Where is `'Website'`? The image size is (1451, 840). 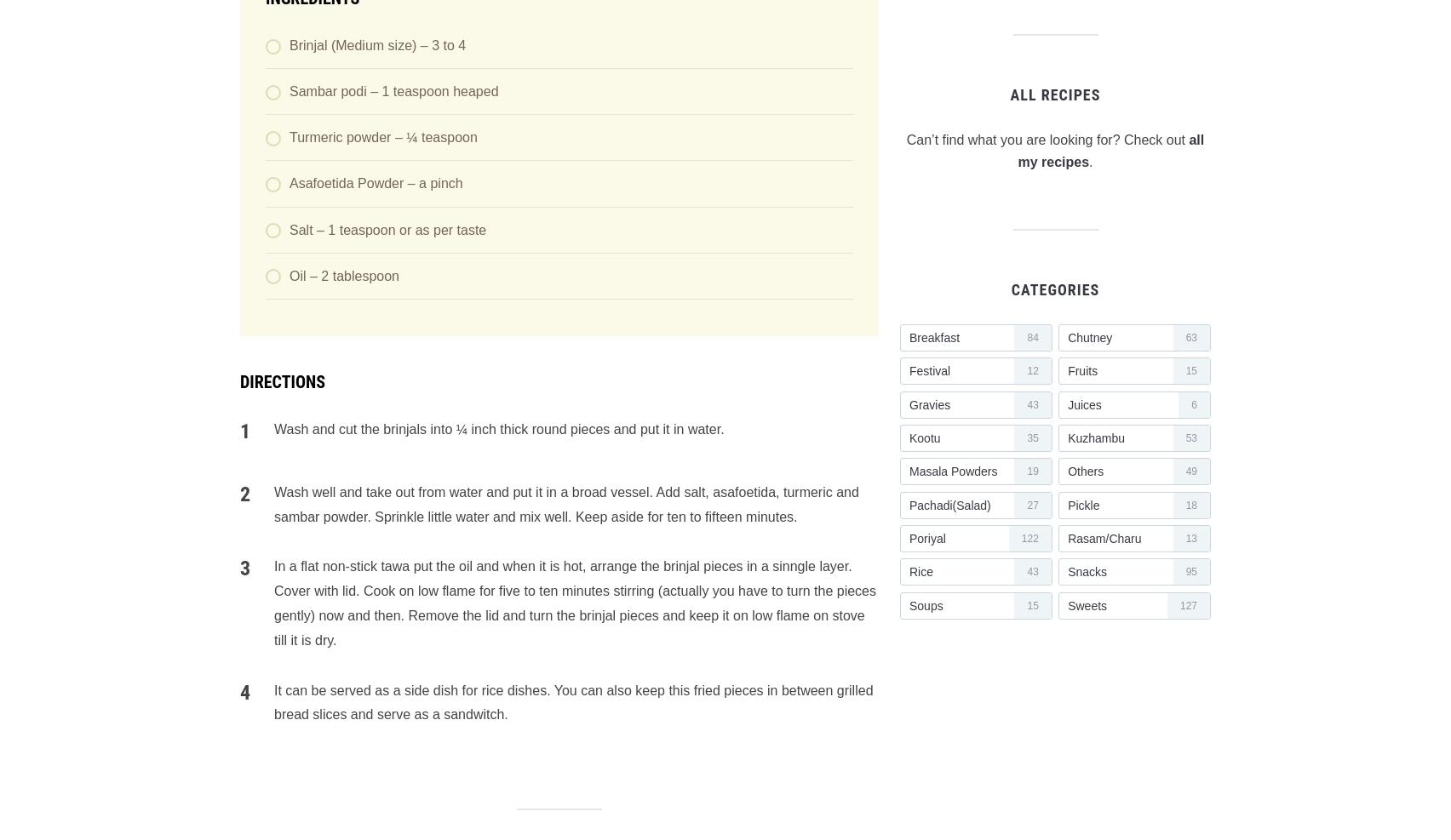 'Website' is located at coordinates (239, 471).